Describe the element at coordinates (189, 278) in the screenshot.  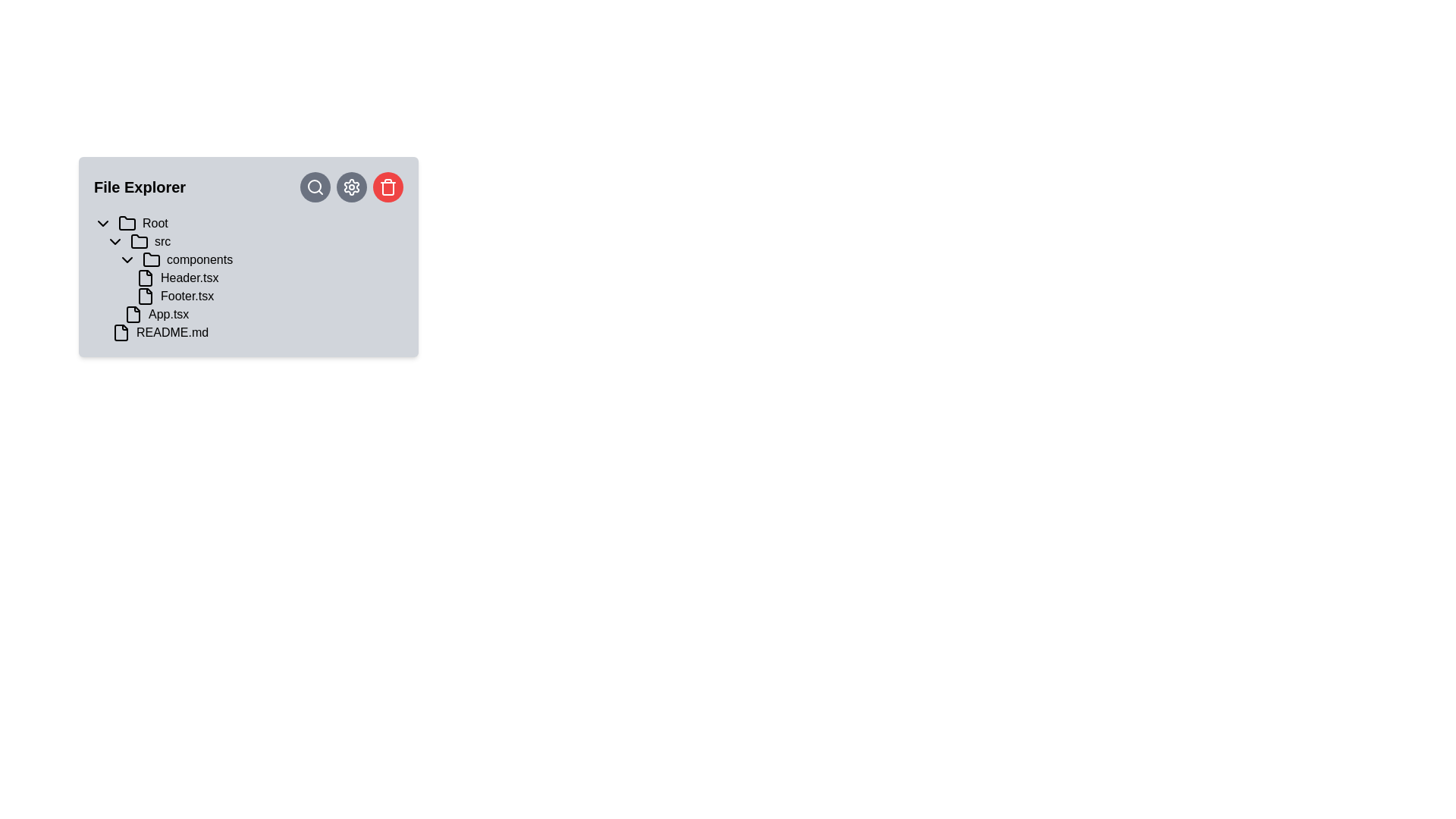
I see `the text component displaying 'Header.tsx' within the file explorer's file tree under the 'components' folder` at that location.